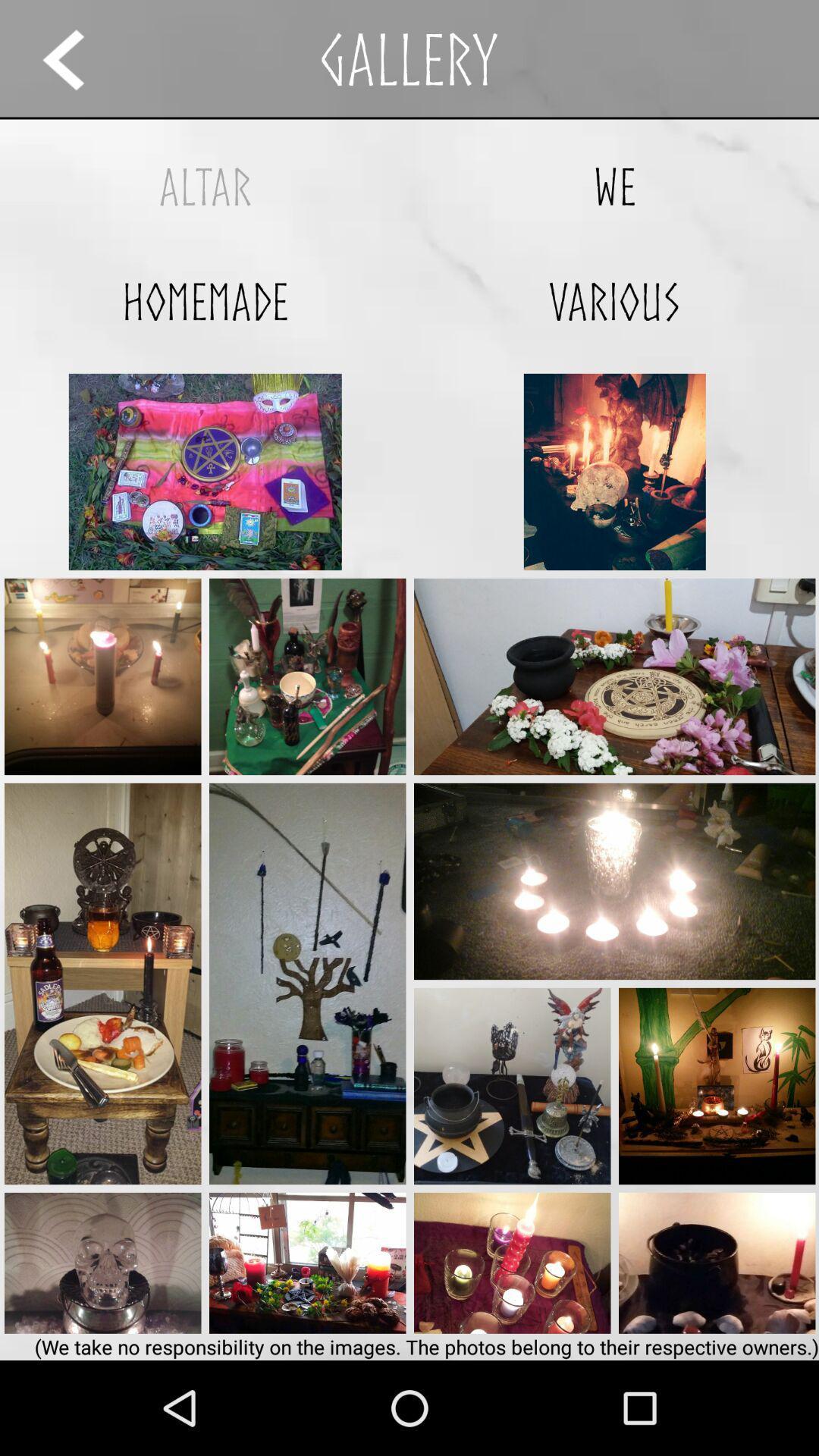 The width and height of the screenshot is (819, 1456). Describe the element at coordinates (205, 301) in the screenshot. I see `homemade item` at that location.